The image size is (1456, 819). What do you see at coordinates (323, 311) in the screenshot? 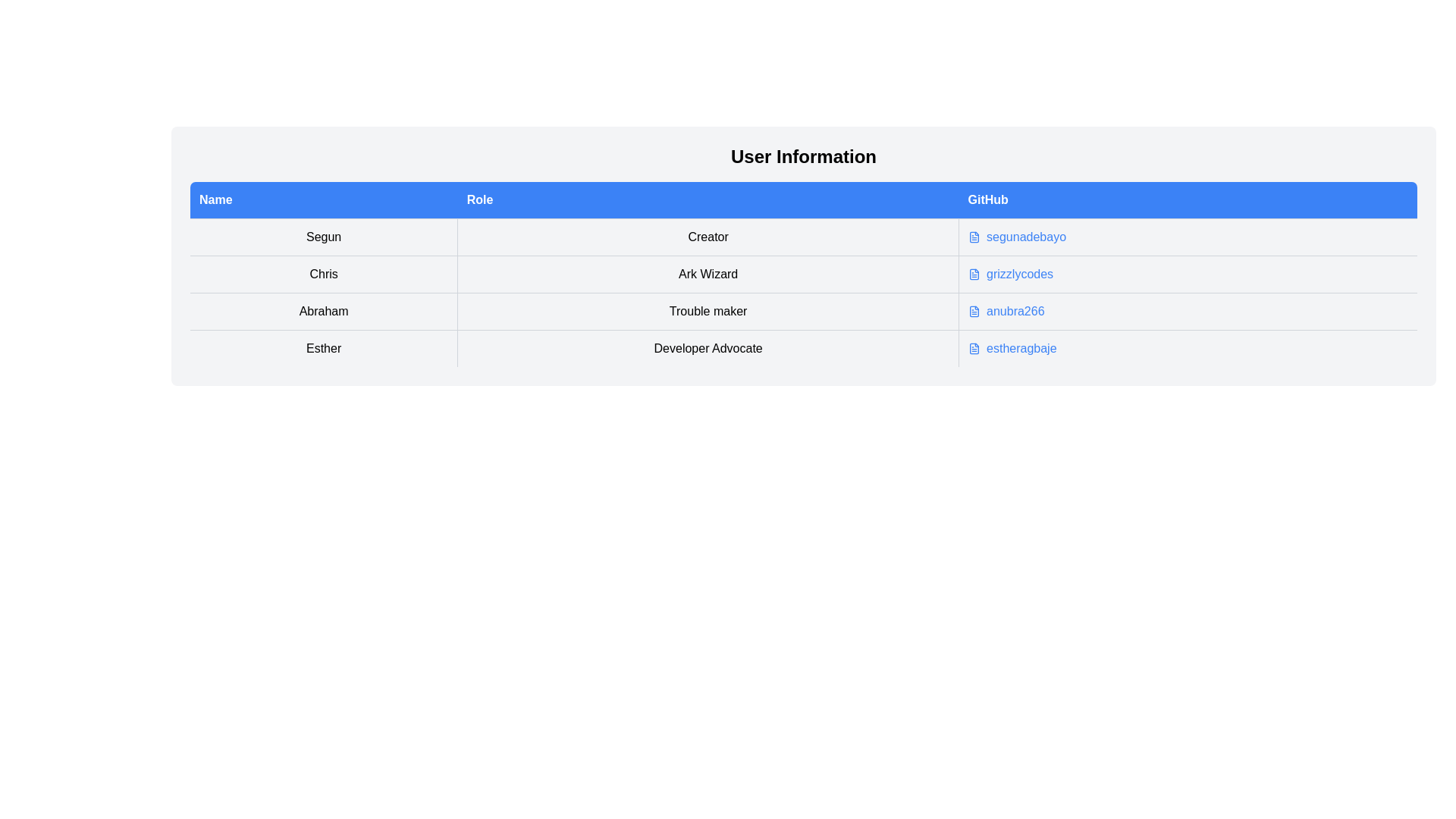
I see `the text field displaying 'Abraham', which is the first cell of the third row in a table view under the 'Name' column` at bounding box center [323, 311].